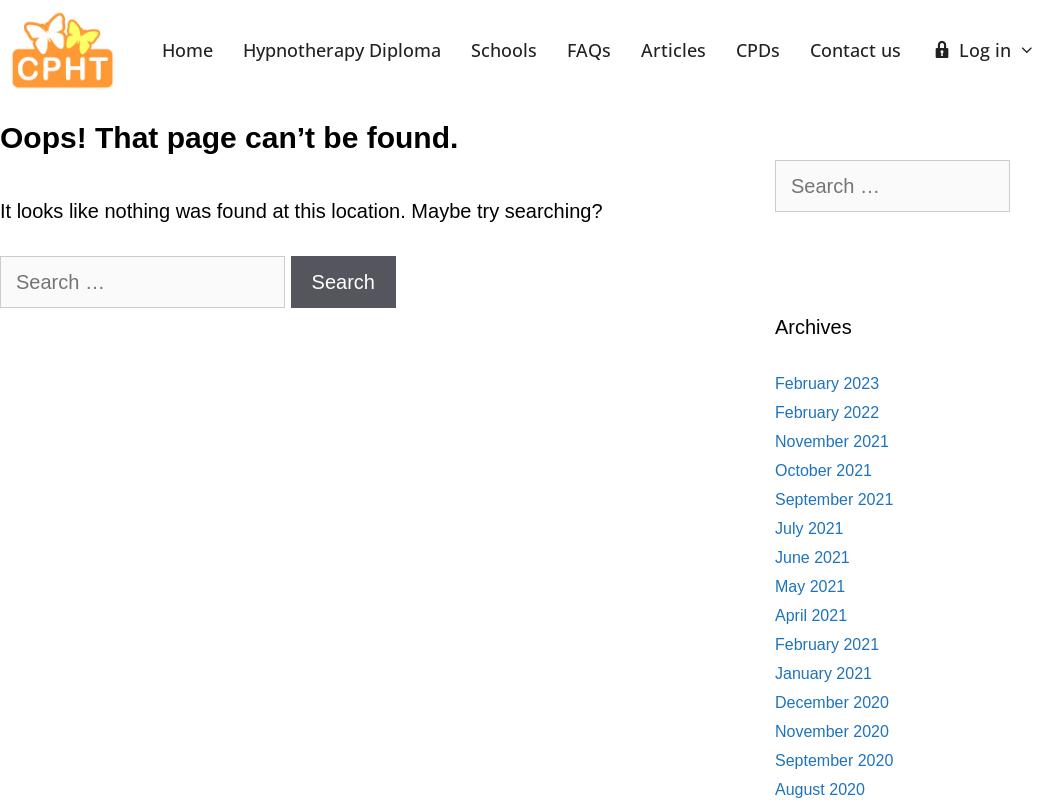  What do you see at coordinates (812, 326) in the screenshot?
I see `'Archives'` at bounding box center [812, 326].